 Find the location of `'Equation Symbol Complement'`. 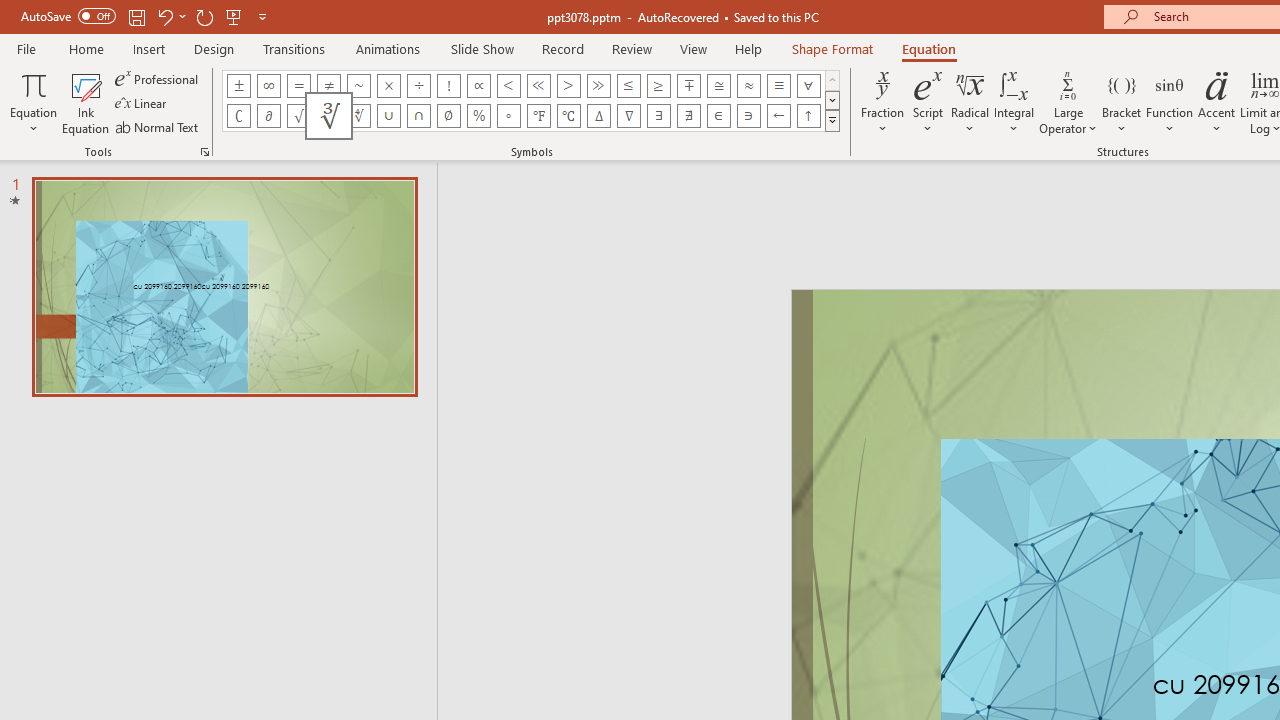

'Equation Symbol Complement' is located at coordinates (238, 115).